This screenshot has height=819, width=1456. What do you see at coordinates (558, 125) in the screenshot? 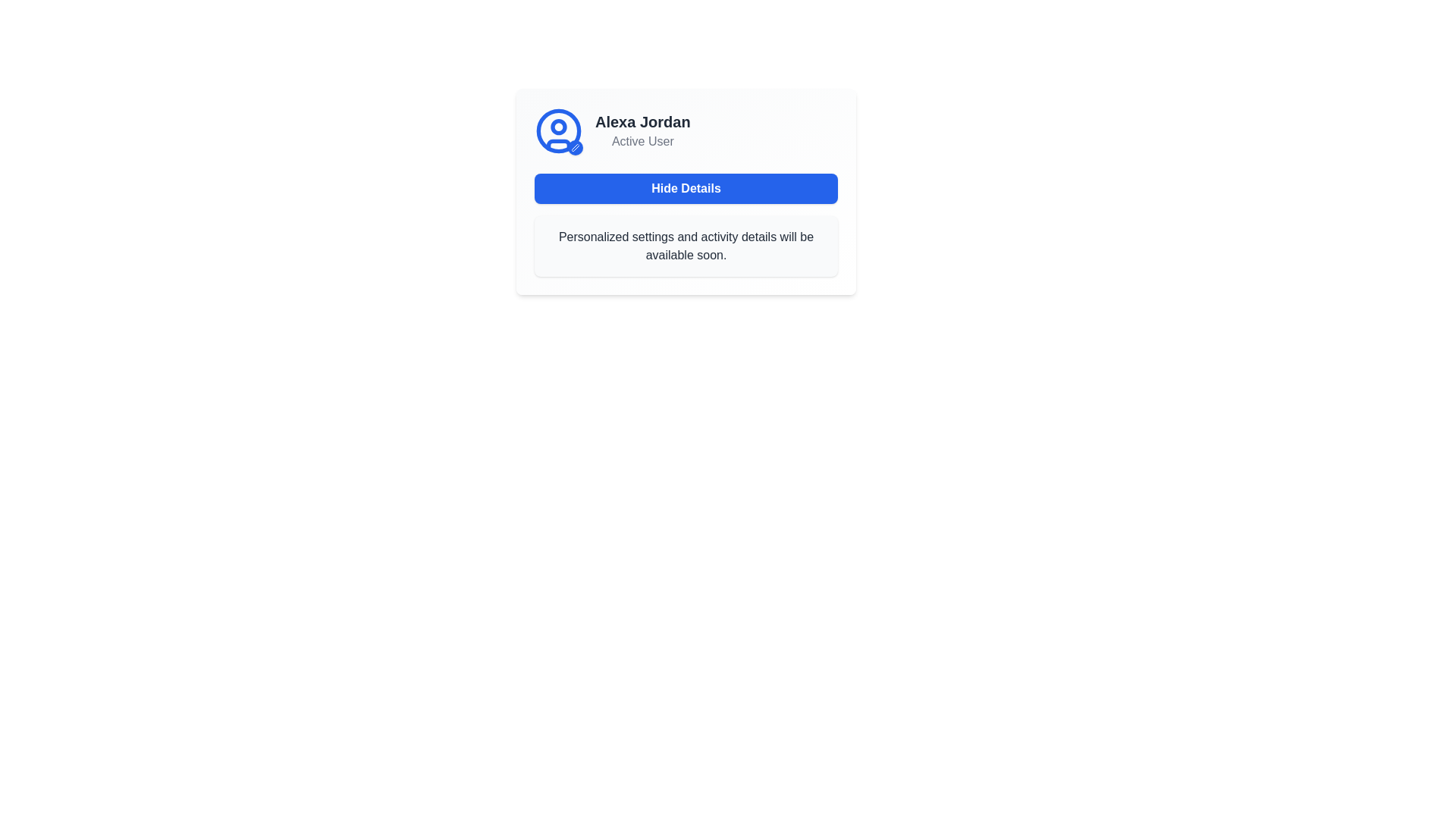
I see `SVG Circle element that is part of the user icon, specifically the smaller circle positioned at the upper part of the icon` at bounding box center [558, 125].